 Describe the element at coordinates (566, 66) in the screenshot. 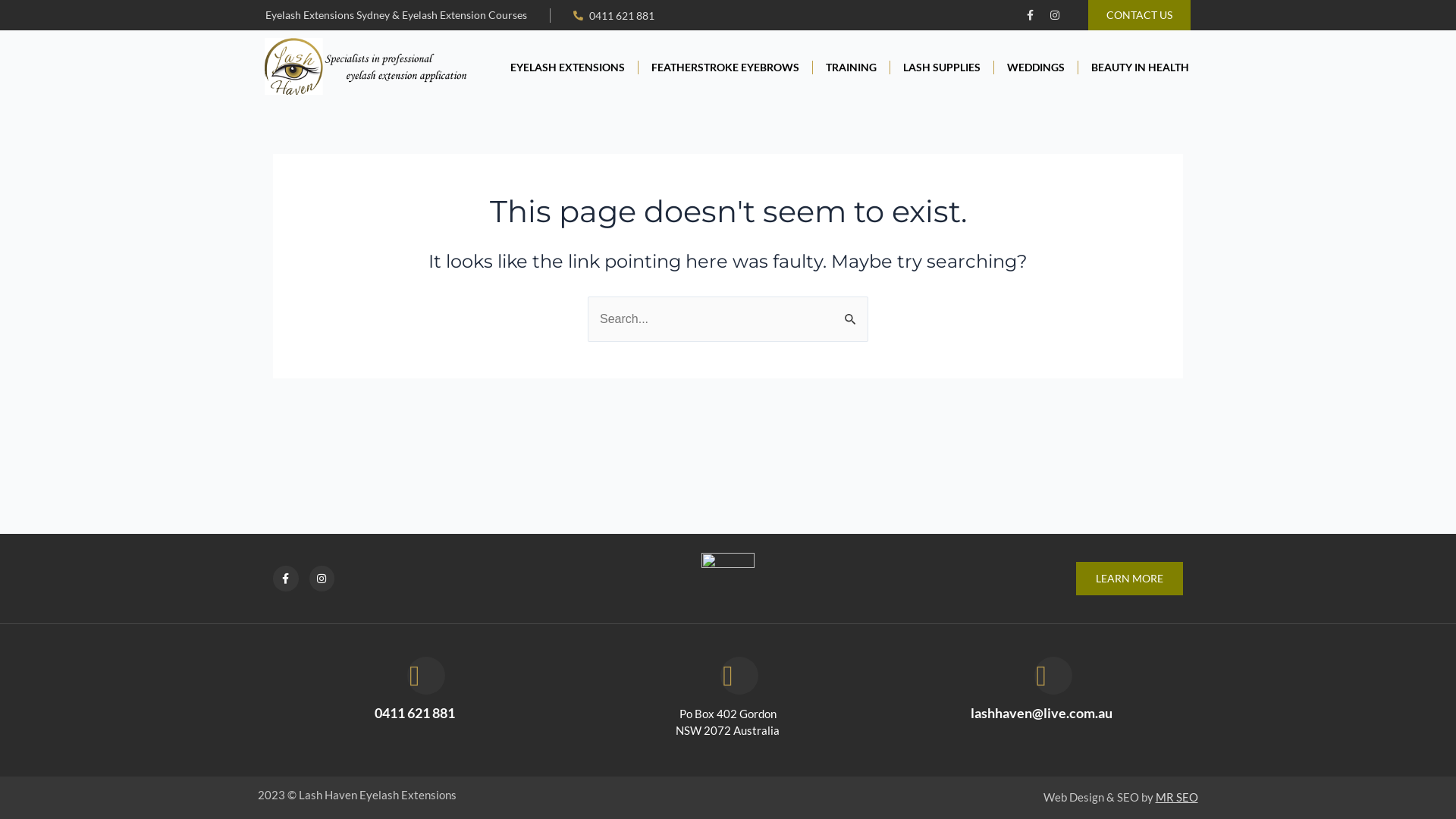

I see `'EYELASH EXTENSIONS'` at that location.